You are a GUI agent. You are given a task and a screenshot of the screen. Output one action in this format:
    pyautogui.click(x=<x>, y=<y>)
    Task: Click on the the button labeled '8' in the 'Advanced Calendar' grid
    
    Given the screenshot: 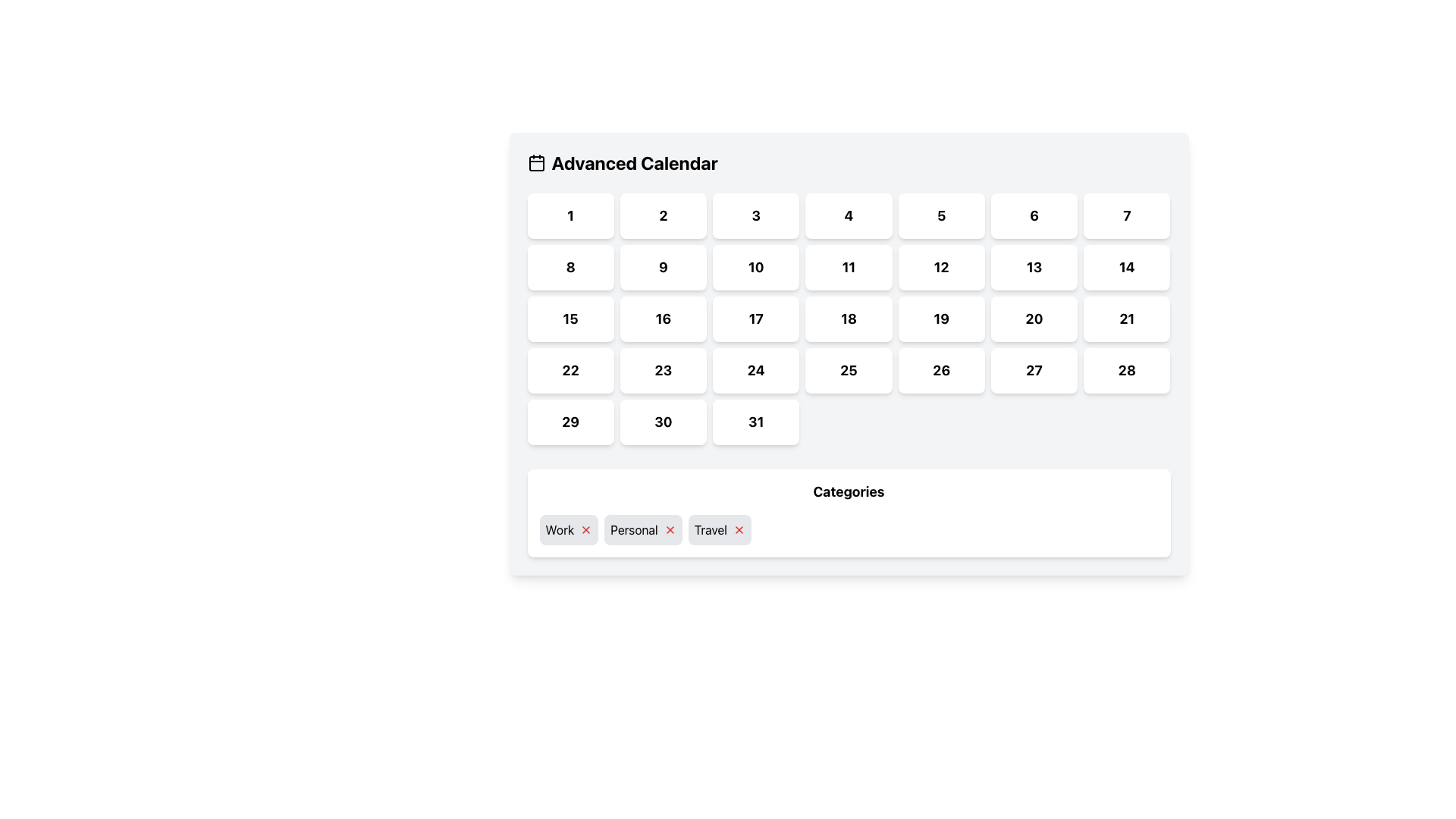 What is the action you would take?
    pyautogui.click(x=570, y=267)
    